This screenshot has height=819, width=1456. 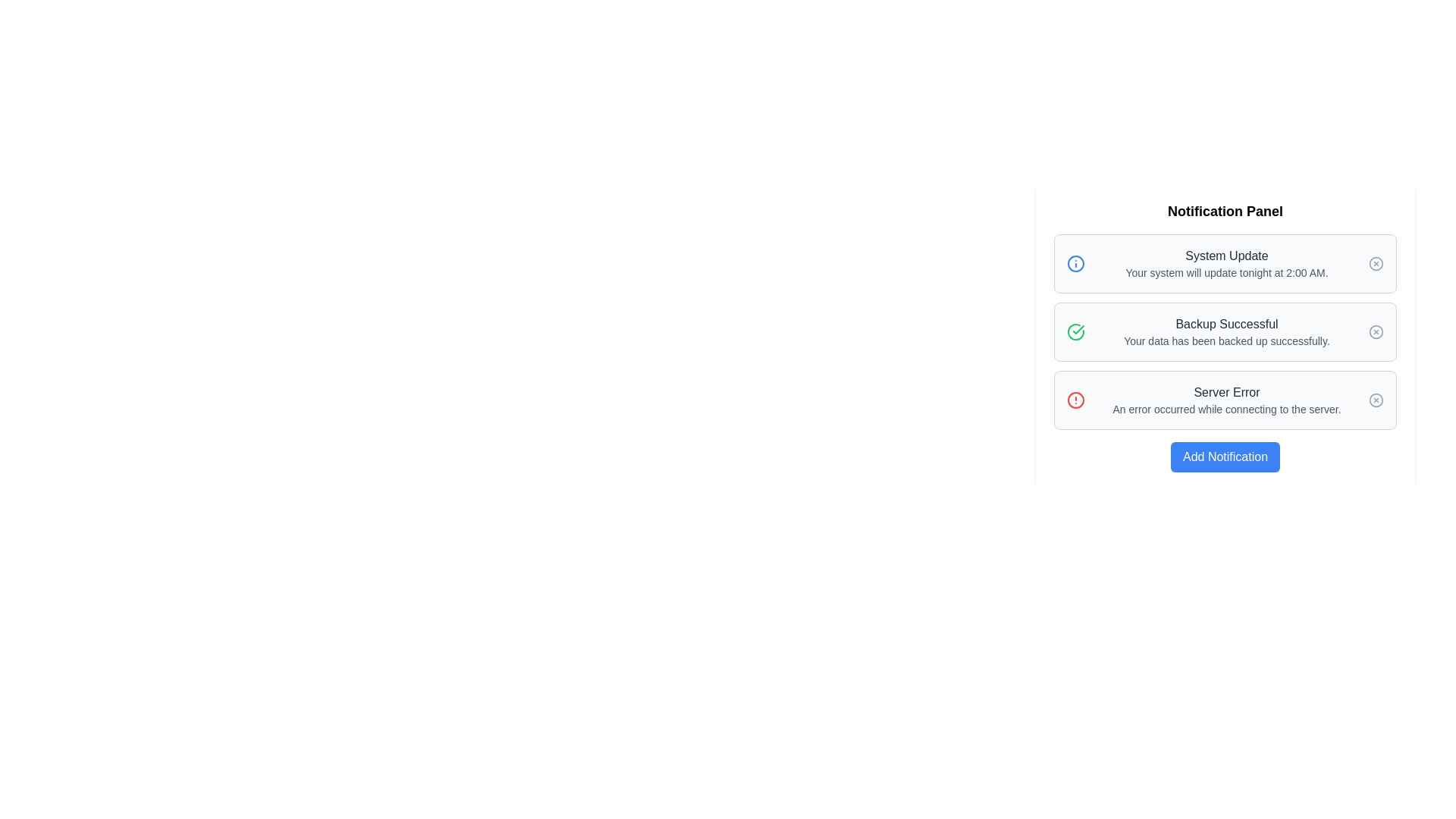 I want to click on the static text element that states 'Your system will update tonight at 2:00 AM.' which is located below the title 'System Update' in the notification card, so click(x=1226, y=271).